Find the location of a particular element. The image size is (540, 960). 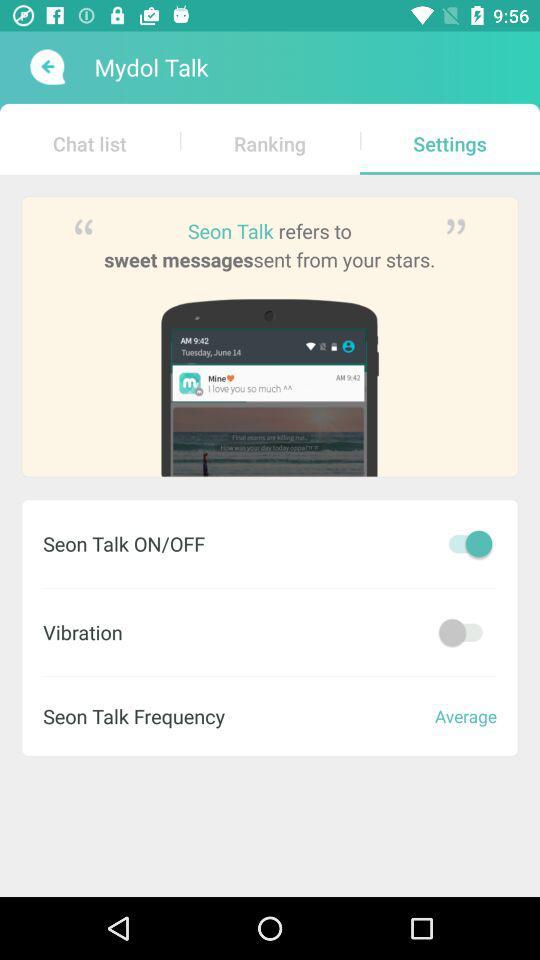

on and off vibration is located at coordinates (465, 631).